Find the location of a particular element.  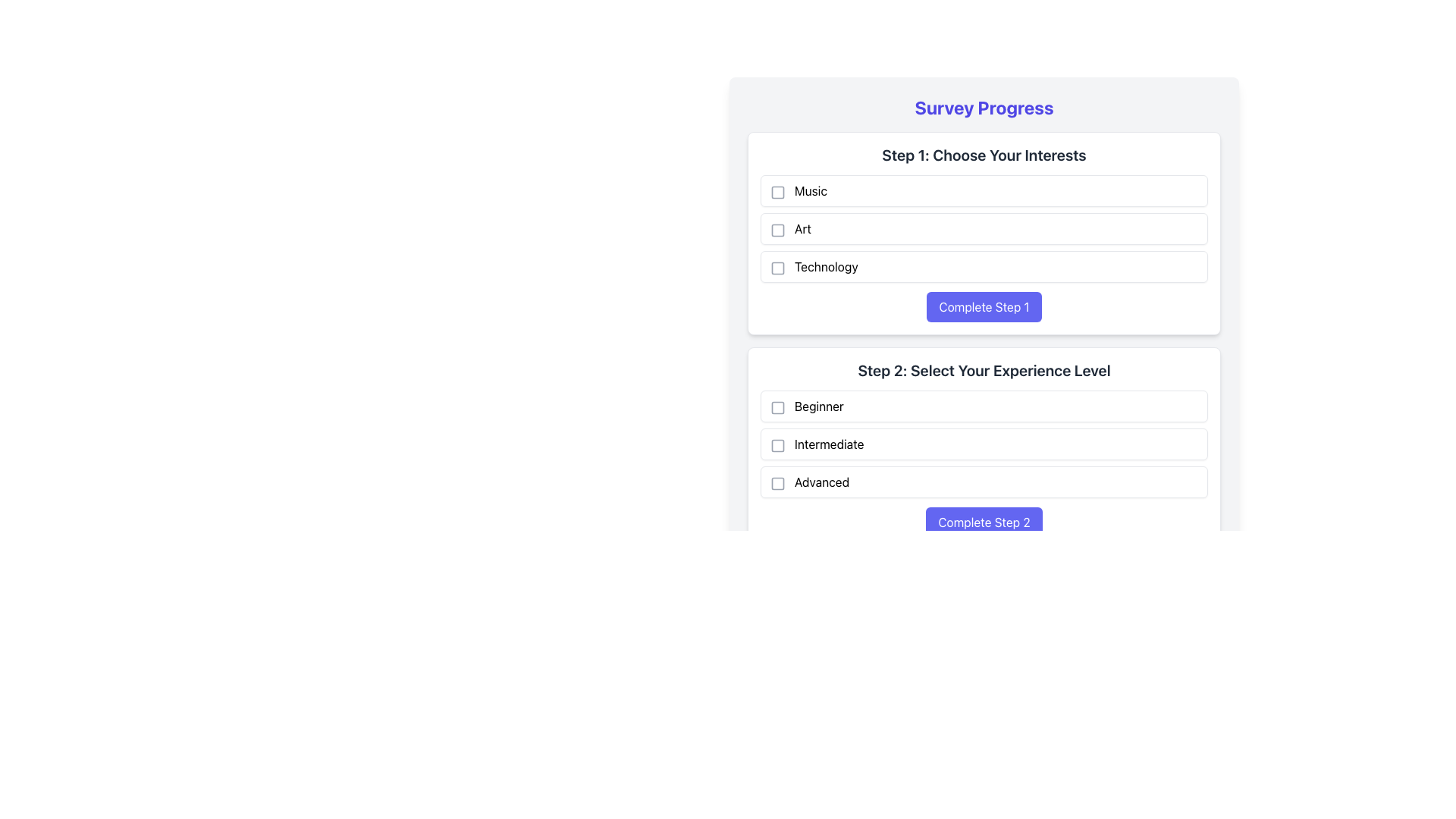

the checkbox for the 'Beginner' option in the selection item under 'Step 2: Select Your Experience Level.' is located at coordinates (984, 406).